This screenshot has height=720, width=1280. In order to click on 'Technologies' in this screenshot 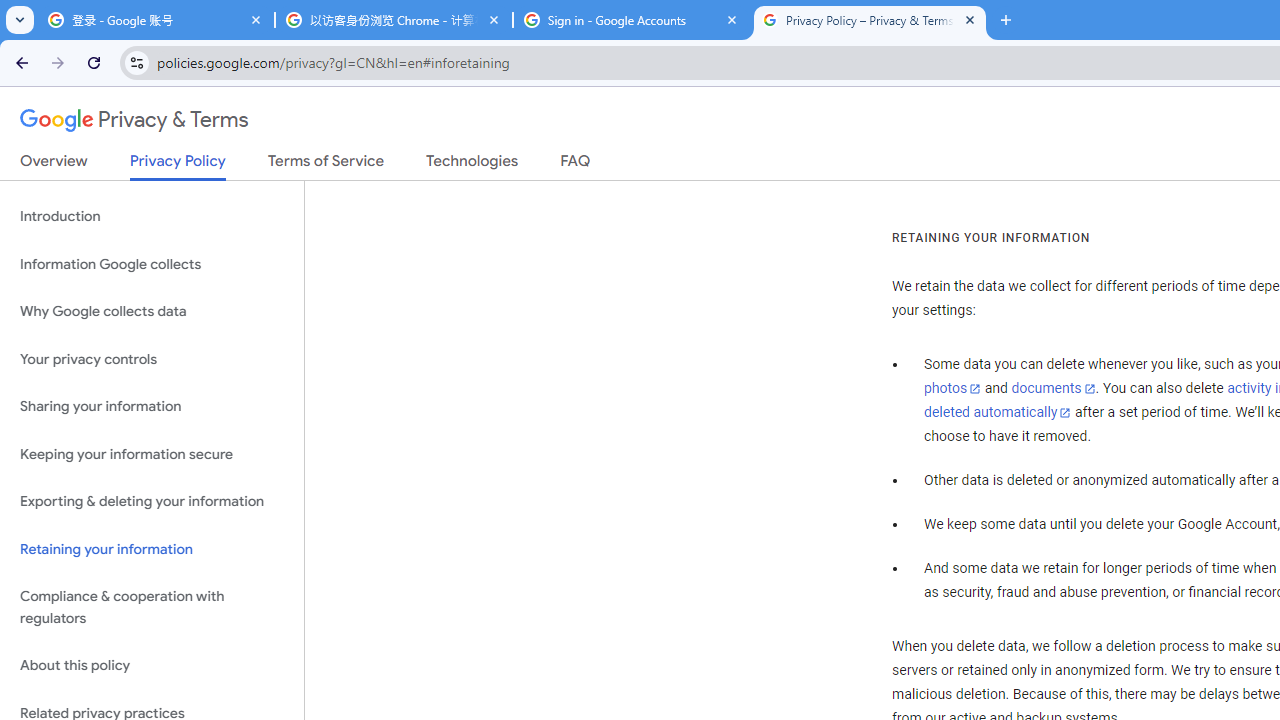, I will do `click(471, 164)`.